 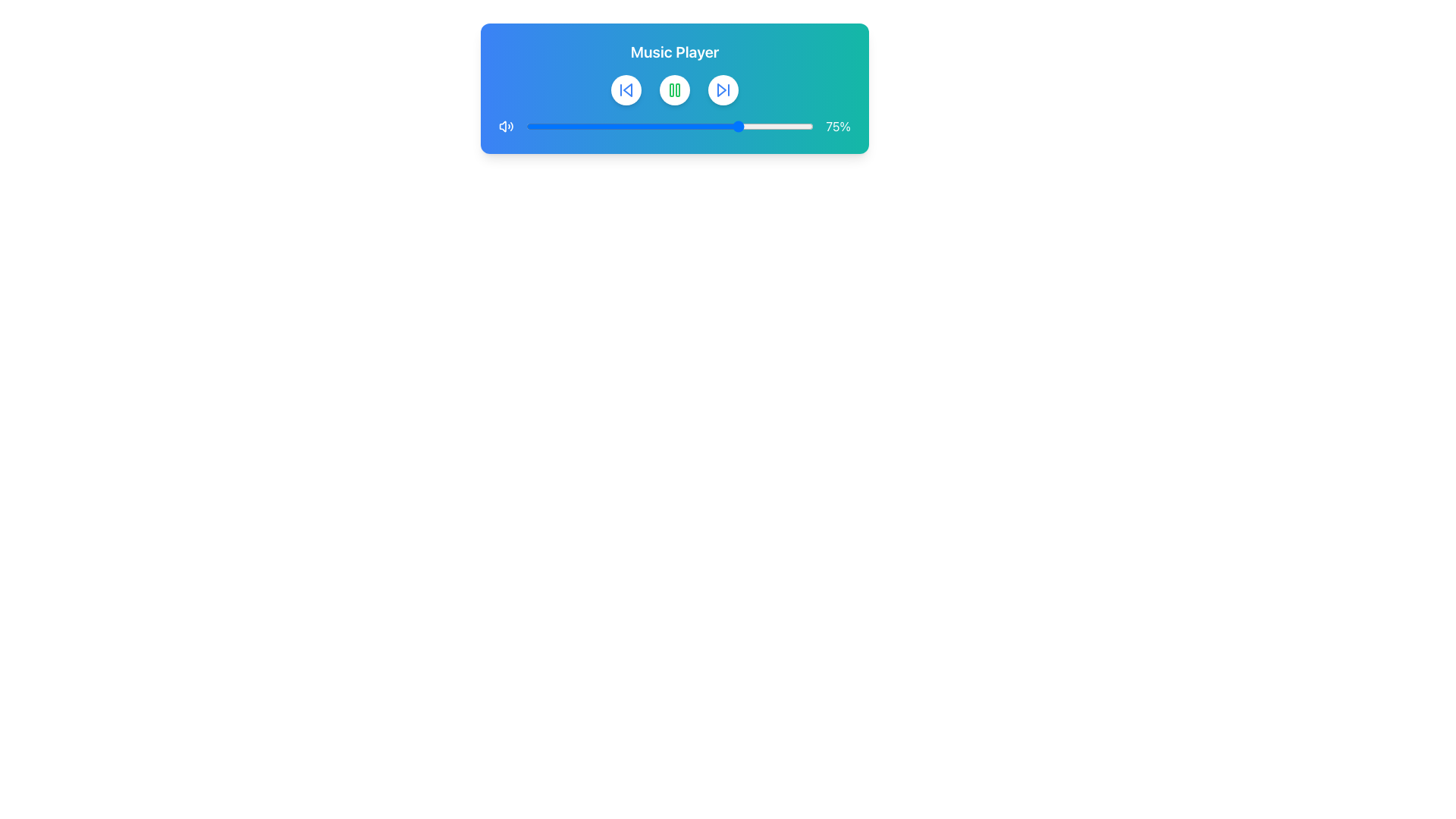 I want to click on the pause button, which is styled with two vertical rectangles inside a circular green area, located between the previous and next control buttons in the music player interface, so click(x=673, y=90).